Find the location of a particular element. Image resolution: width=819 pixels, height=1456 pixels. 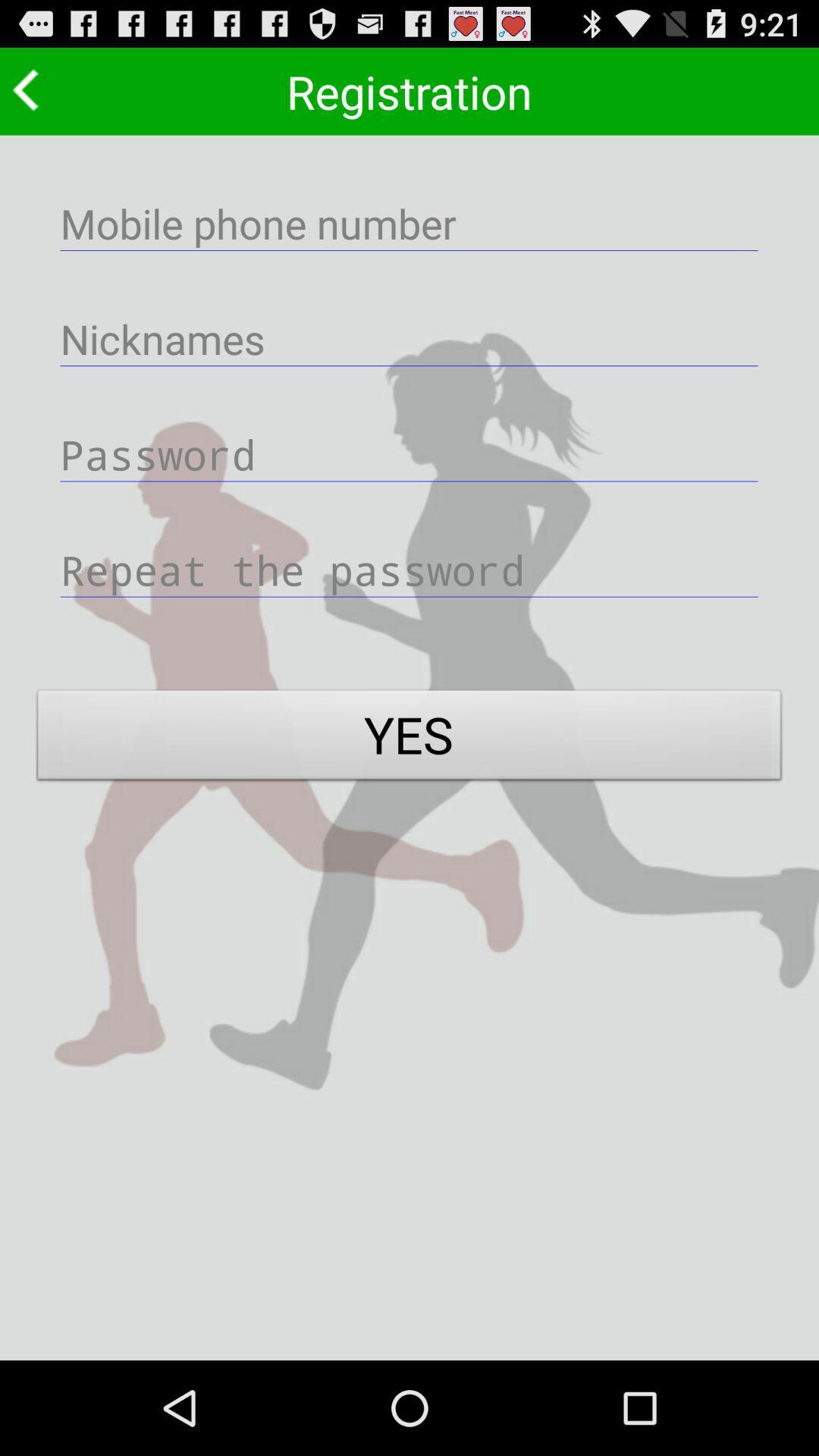

go back is located at coordinates (30, 89).